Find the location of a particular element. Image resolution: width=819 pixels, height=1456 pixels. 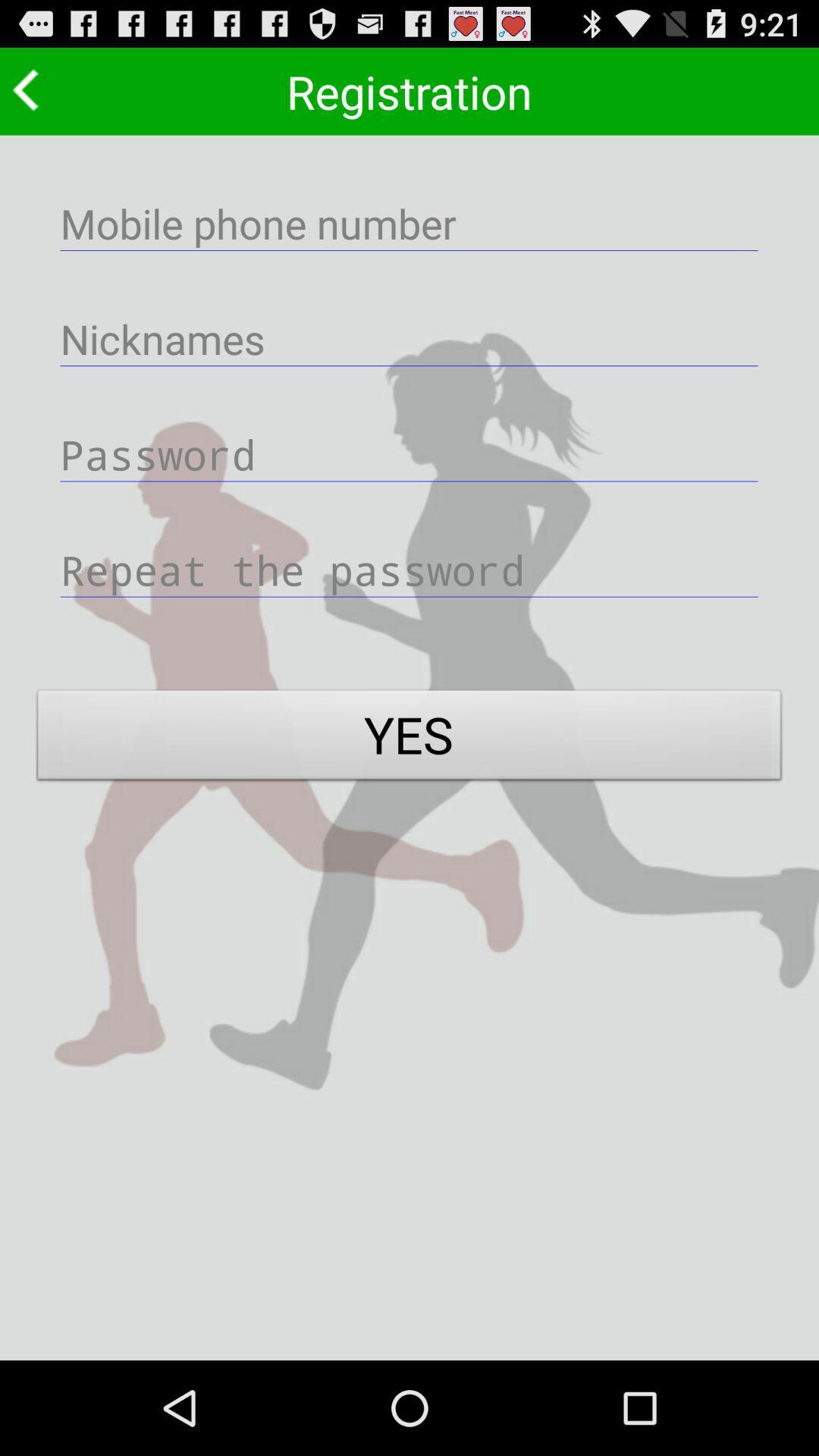

go back is located at coordinates (30, 89).